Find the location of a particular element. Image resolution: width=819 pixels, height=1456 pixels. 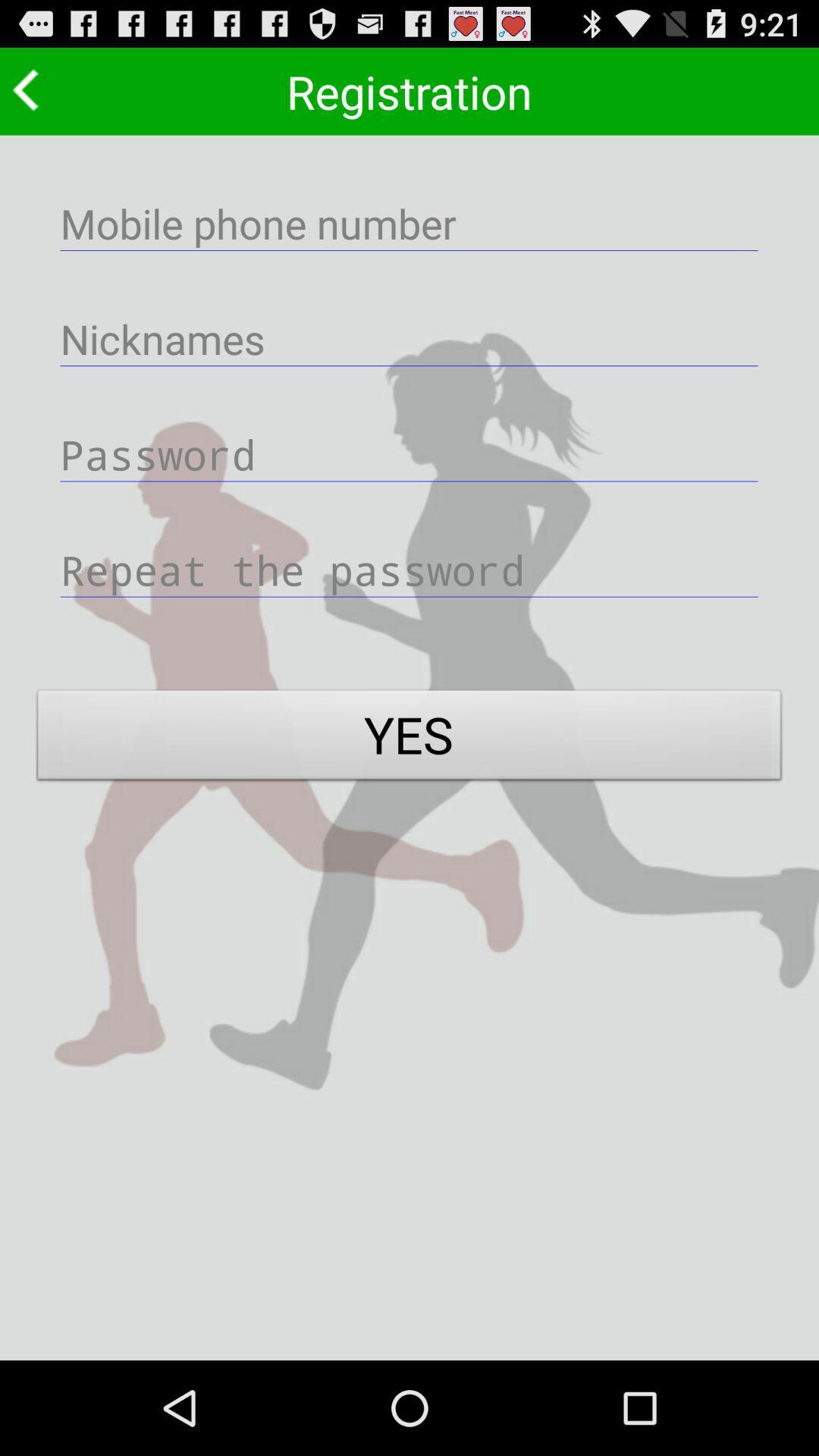

go back is located at coordinates (30, 89).